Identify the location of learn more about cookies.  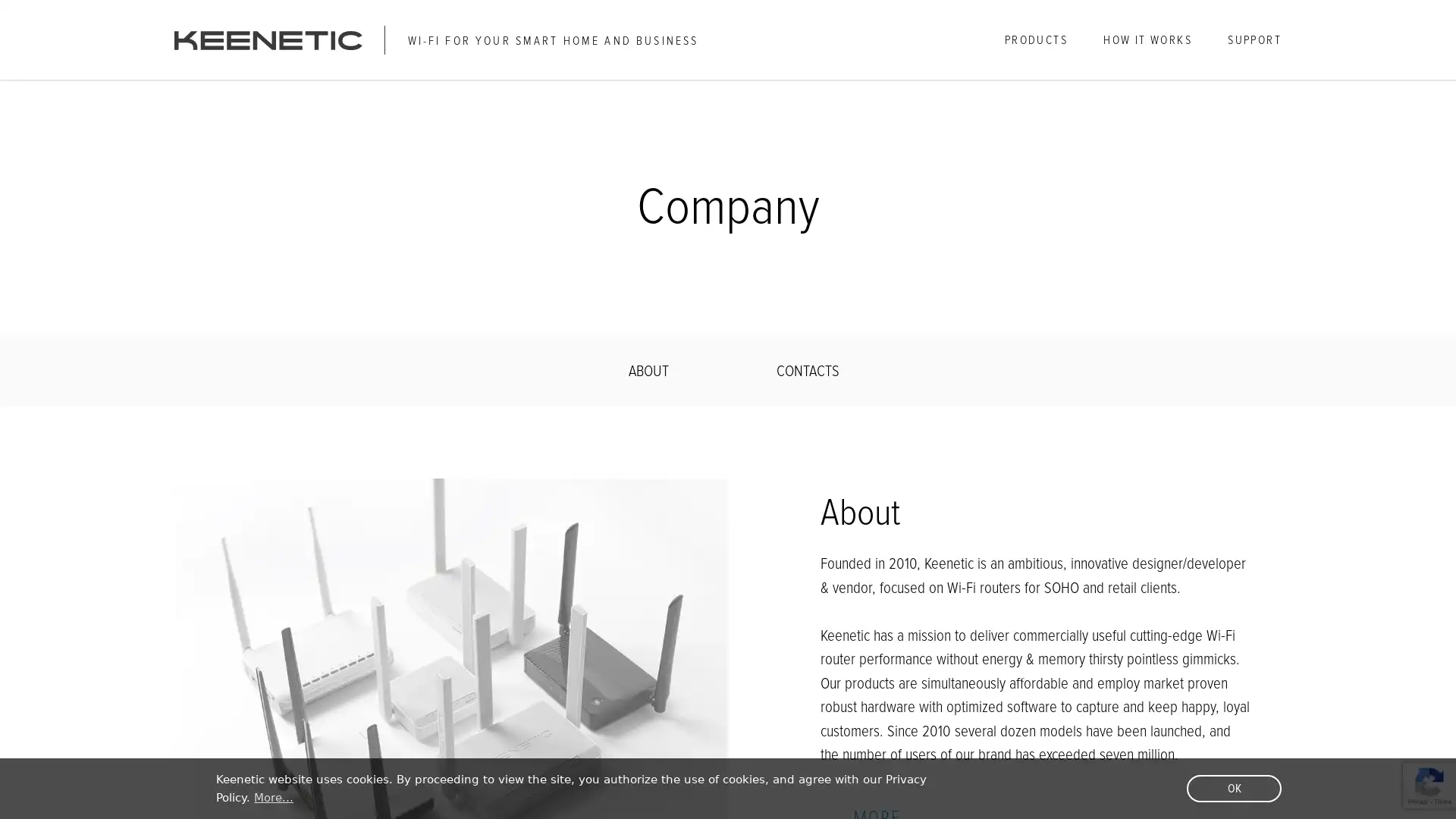
(273, 797).